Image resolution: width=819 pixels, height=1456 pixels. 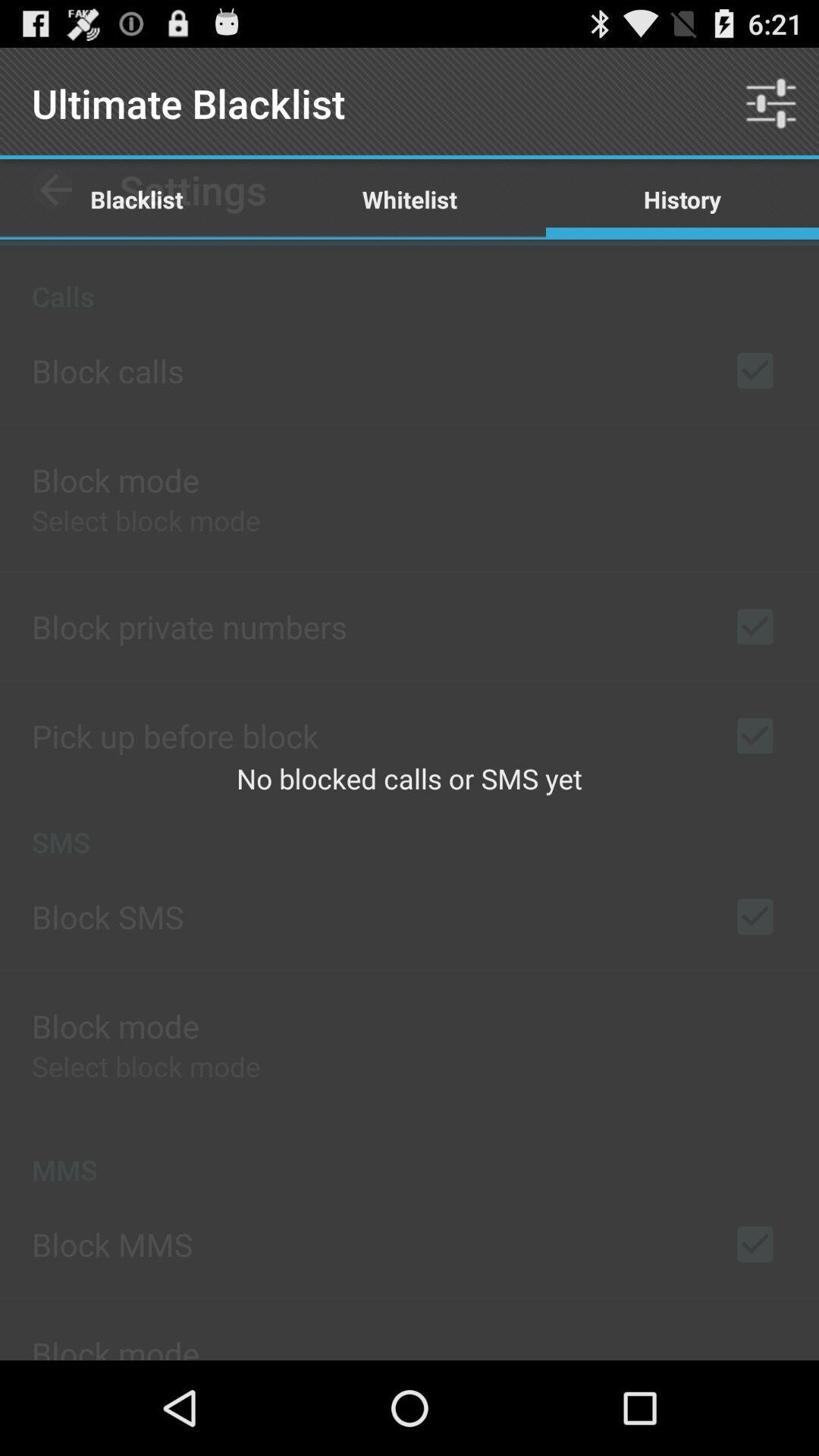 What do you see at coordinates (409, 198) in the screenshot?
I see `the app above the no blocked calls item` at bounding box center [409, 198].